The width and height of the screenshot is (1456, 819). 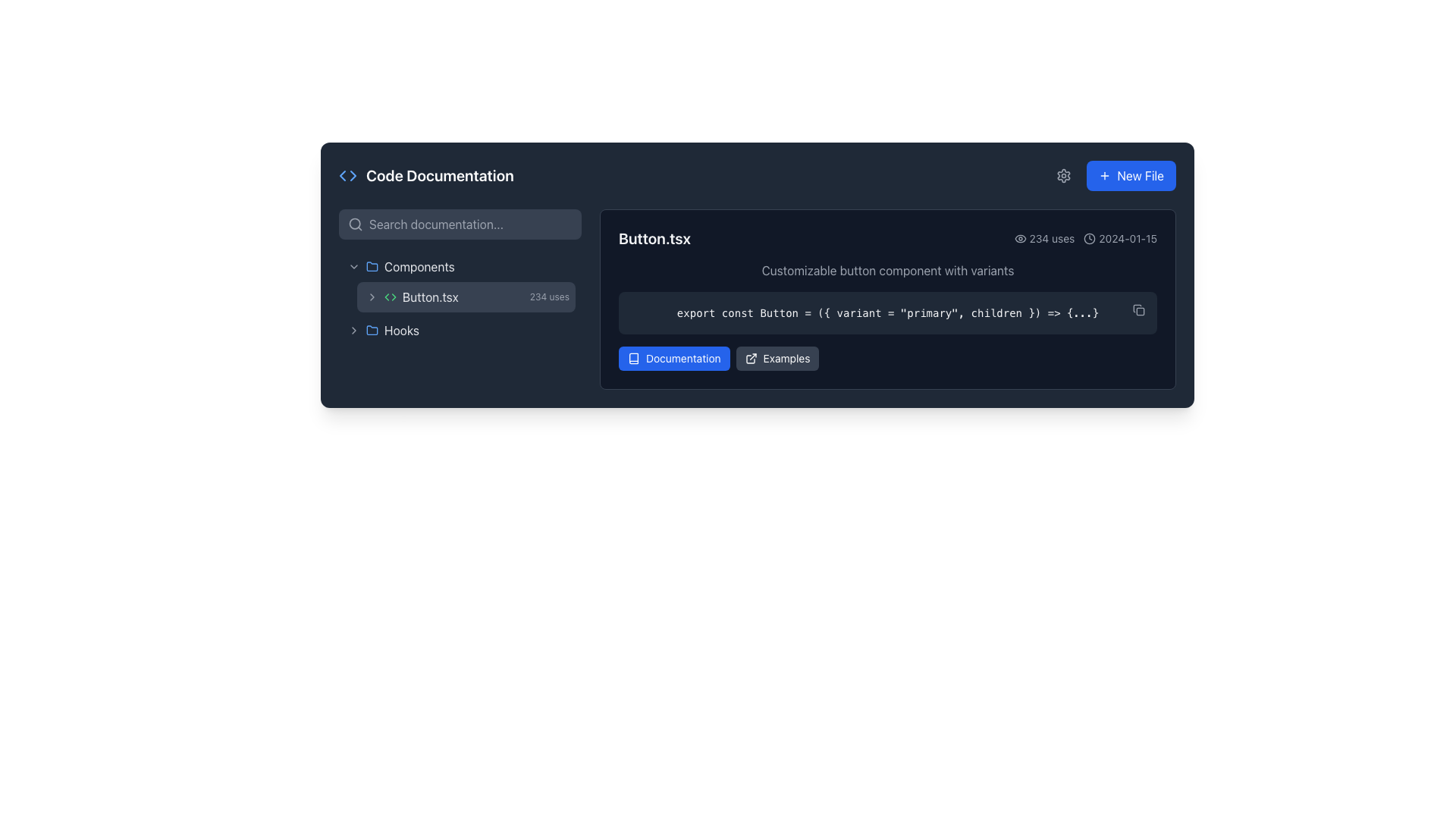 What do you see at coordinates (1089, 239) in the screenshot?
I see `the SVG circle element of the clock icon located at the top-right corner of the panel` at bounding box center [1089, 239].